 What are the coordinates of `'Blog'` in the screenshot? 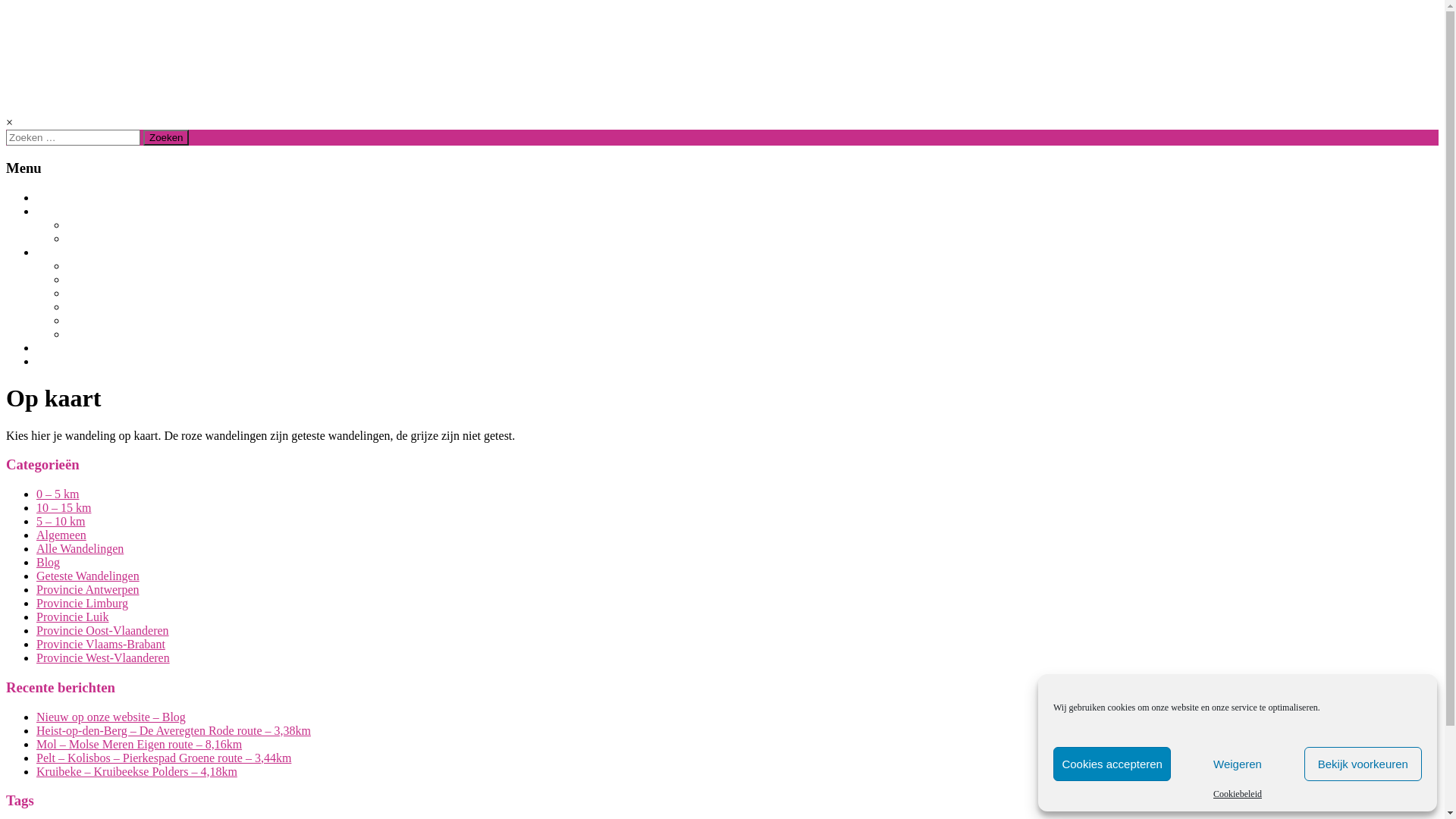 It's located at (48, 562).